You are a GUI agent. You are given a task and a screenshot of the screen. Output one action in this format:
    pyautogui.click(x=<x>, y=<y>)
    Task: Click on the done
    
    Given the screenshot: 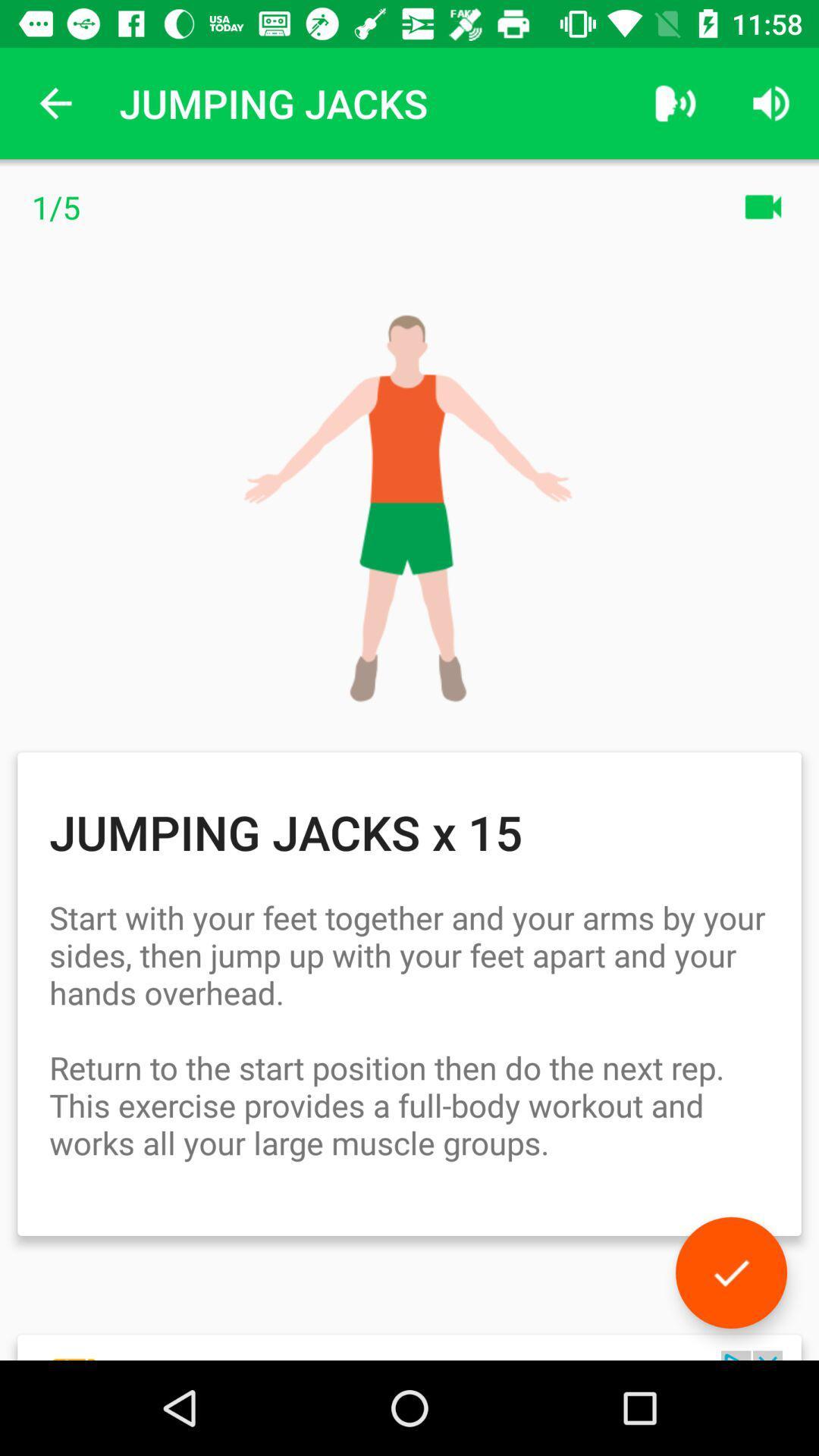 What is the action you would take?
    pyautogui.click(x=730, y=1272)
    